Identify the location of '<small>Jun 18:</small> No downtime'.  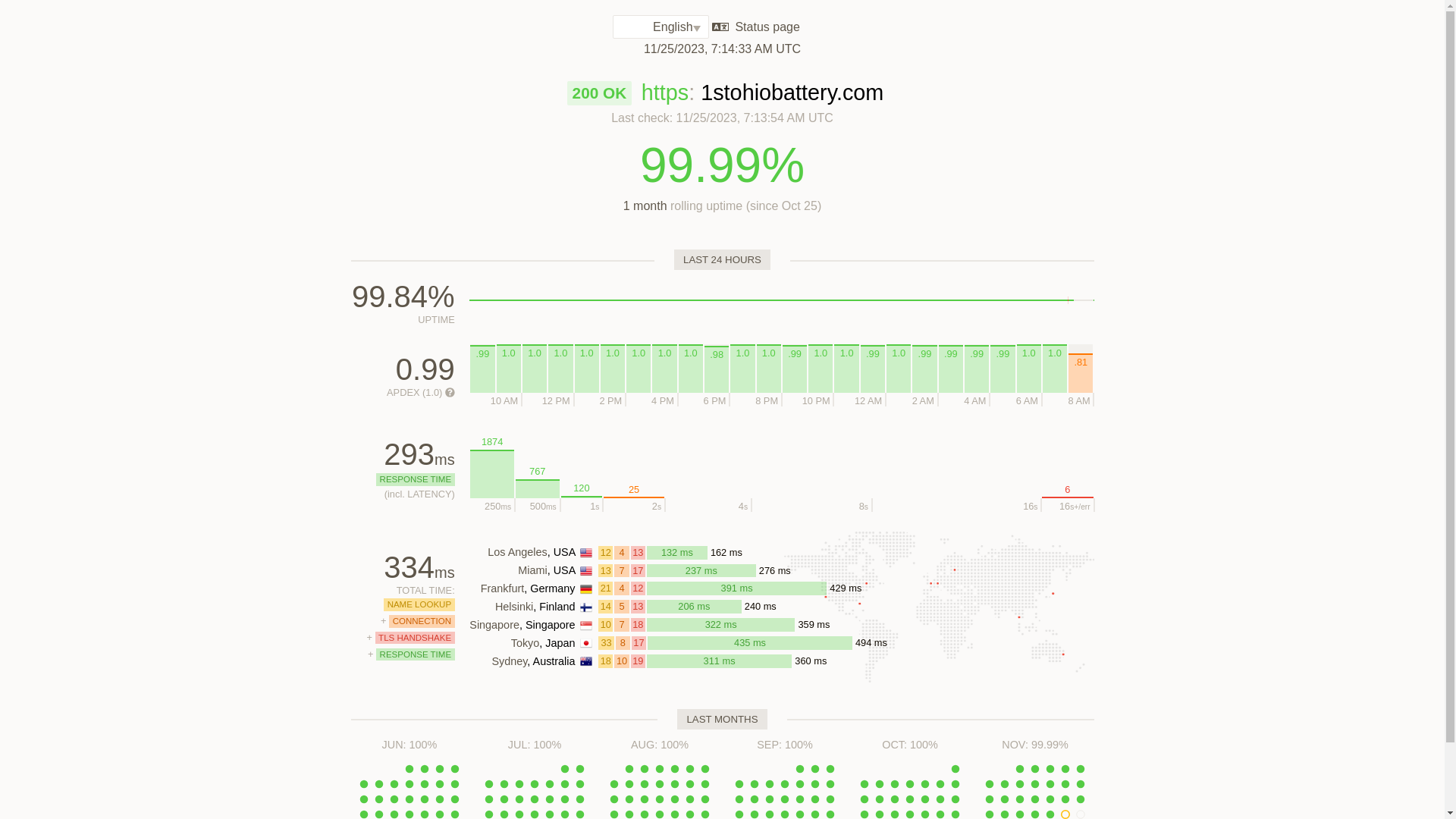
(454, 798).